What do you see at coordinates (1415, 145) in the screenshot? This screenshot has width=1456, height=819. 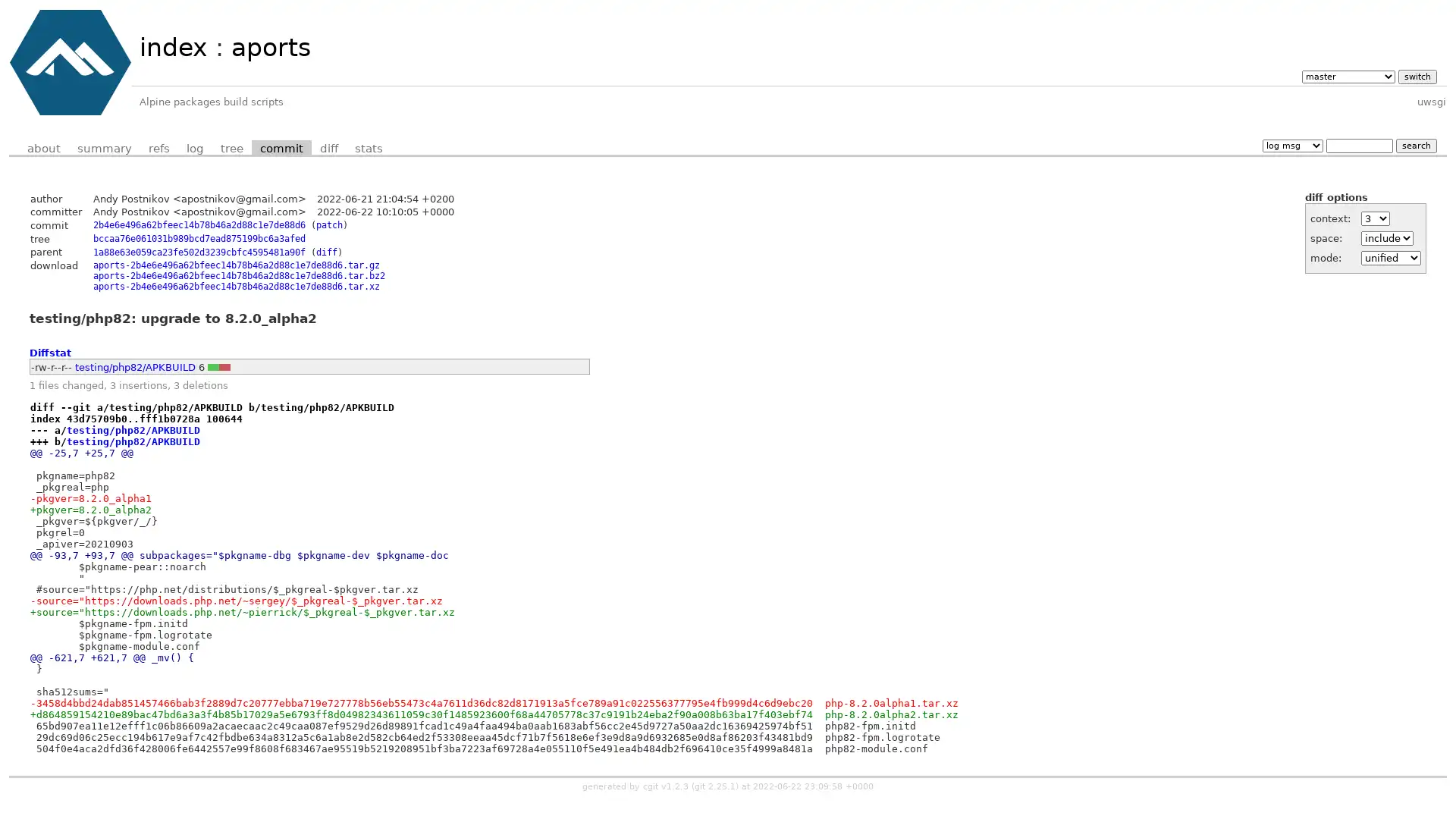 I see `search` at bounding box center [1415, 145].